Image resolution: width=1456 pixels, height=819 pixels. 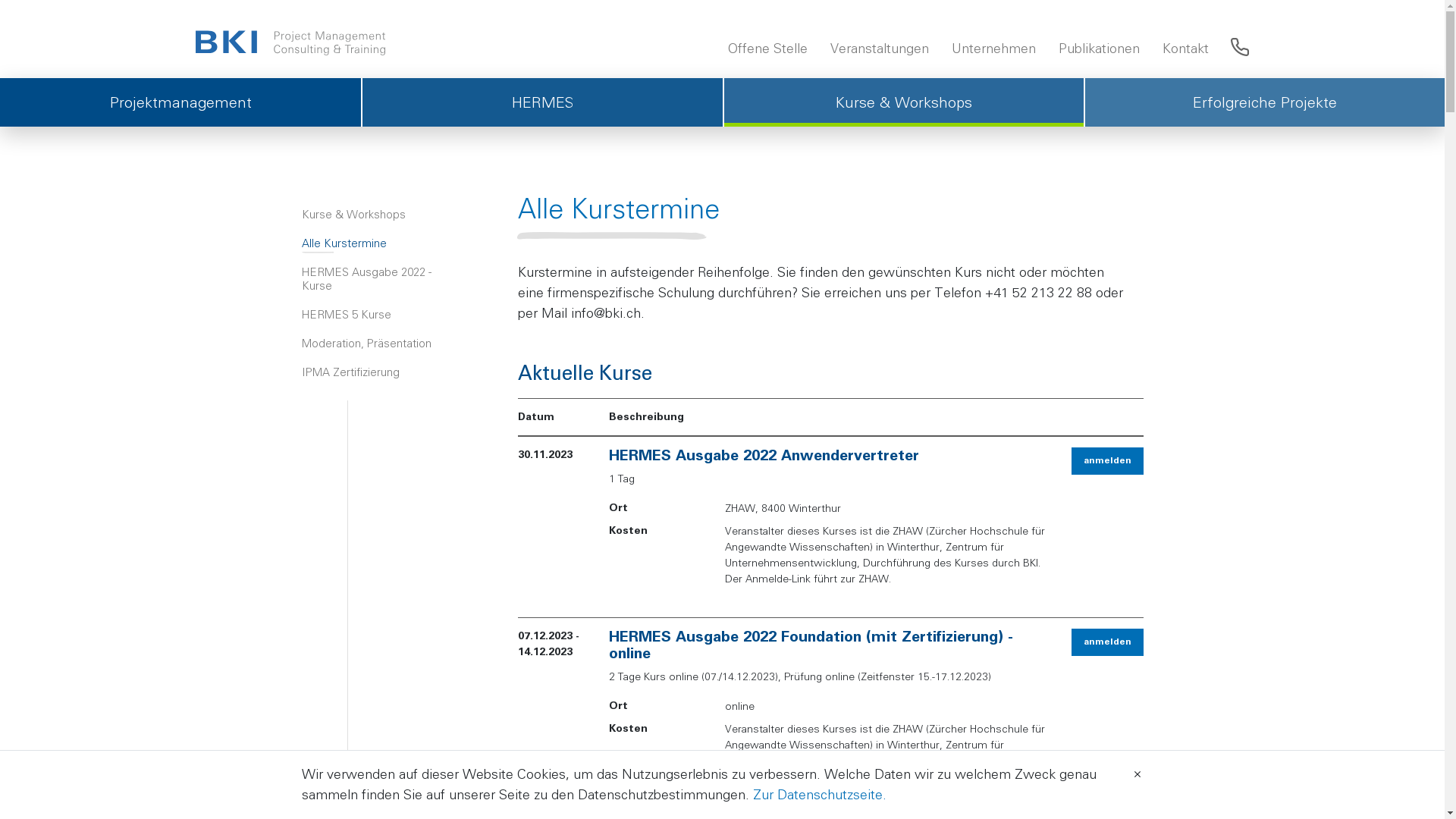 What do you see at coordinates (381, 372) in the screenshot?
I see `'IPMA Zertifizierung'` at bounding box center [381, 372].